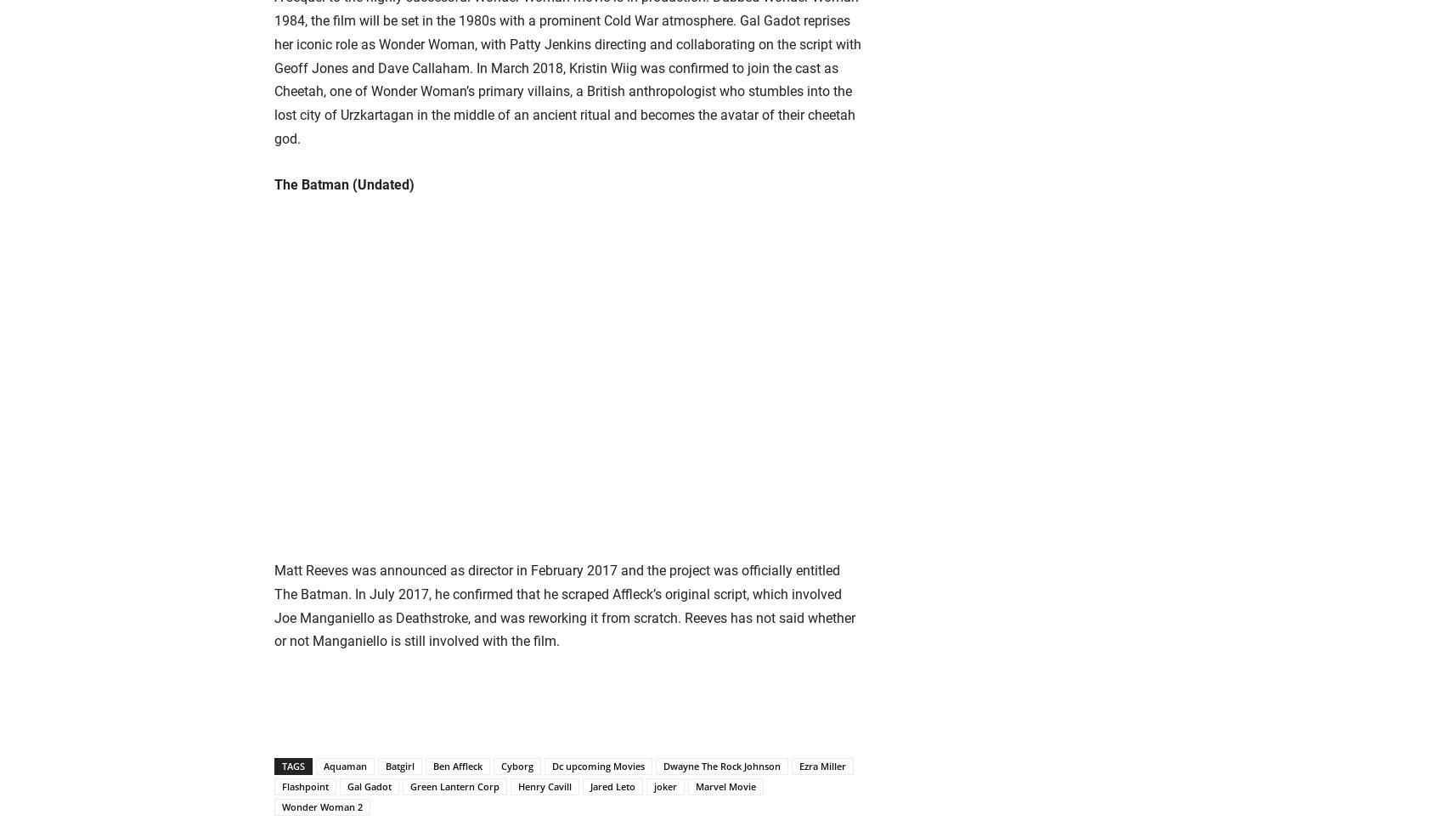  I want to click on 'Cyborg', so click(516, 766).